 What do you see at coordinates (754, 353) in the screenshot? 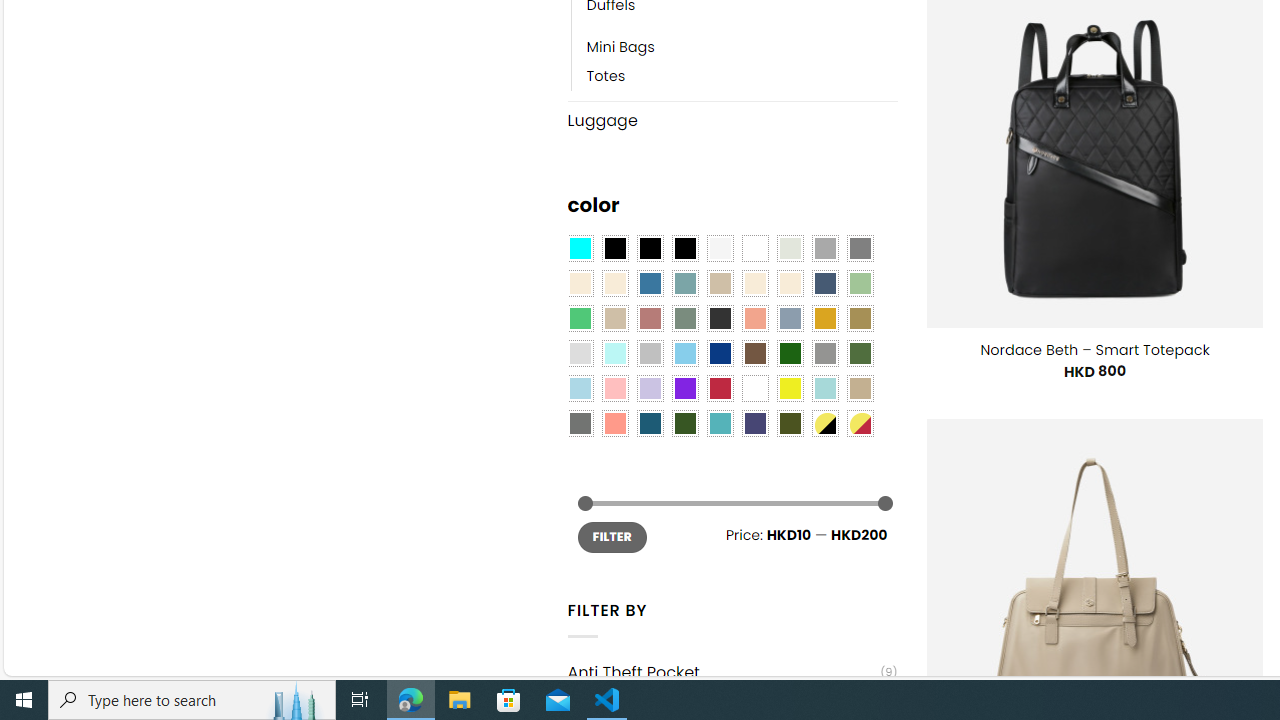
I see `'Brown'` at bounding box center [754, 353].